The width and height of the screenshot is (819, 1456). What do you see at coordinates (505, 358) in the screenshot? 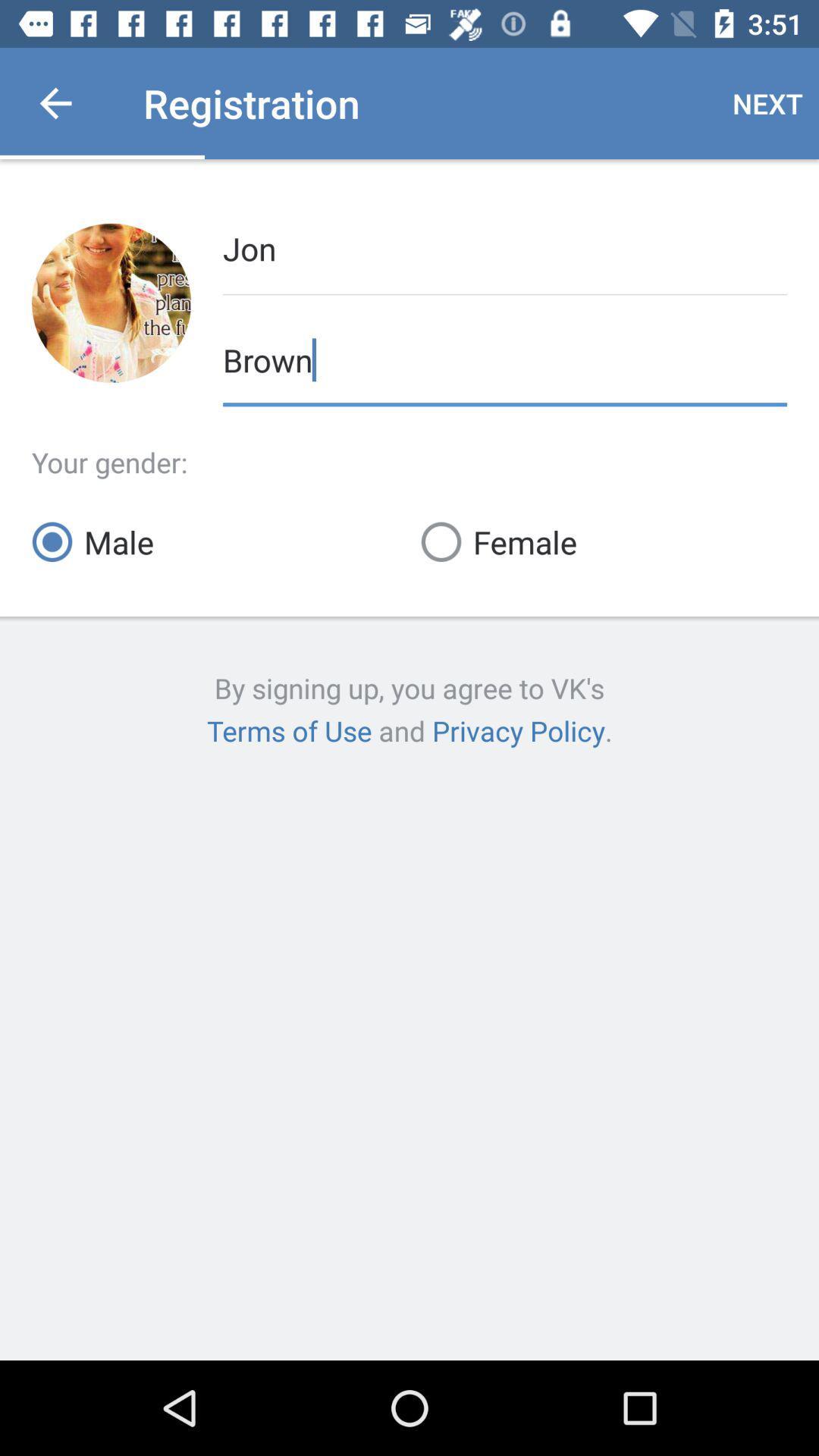
I see `brown` at bounding box center [505, 358].